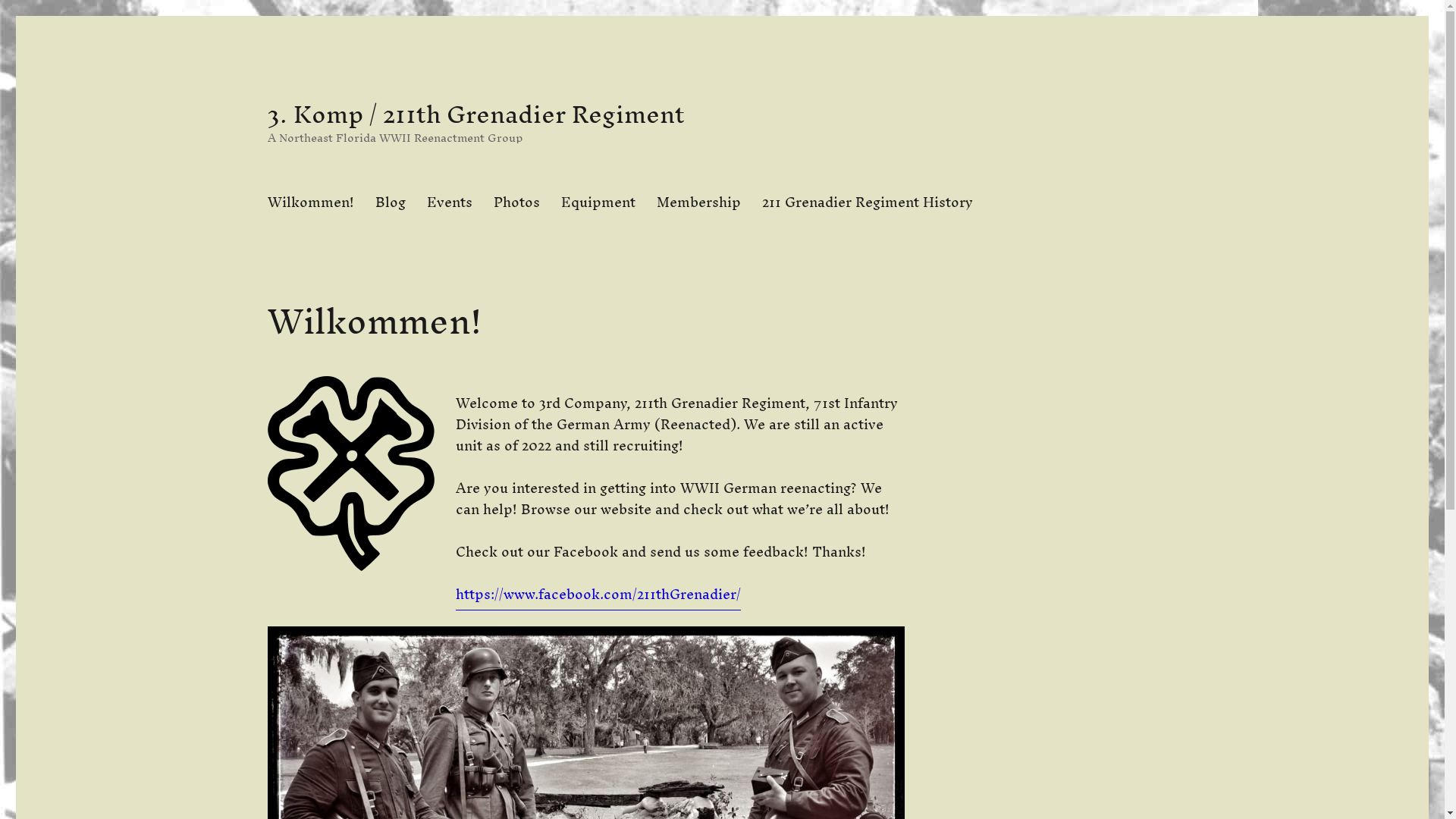 Image resolution: width=1456 pixels, height=819 pixels. I want to click on 'Wilkommen!', so click(309, 201).